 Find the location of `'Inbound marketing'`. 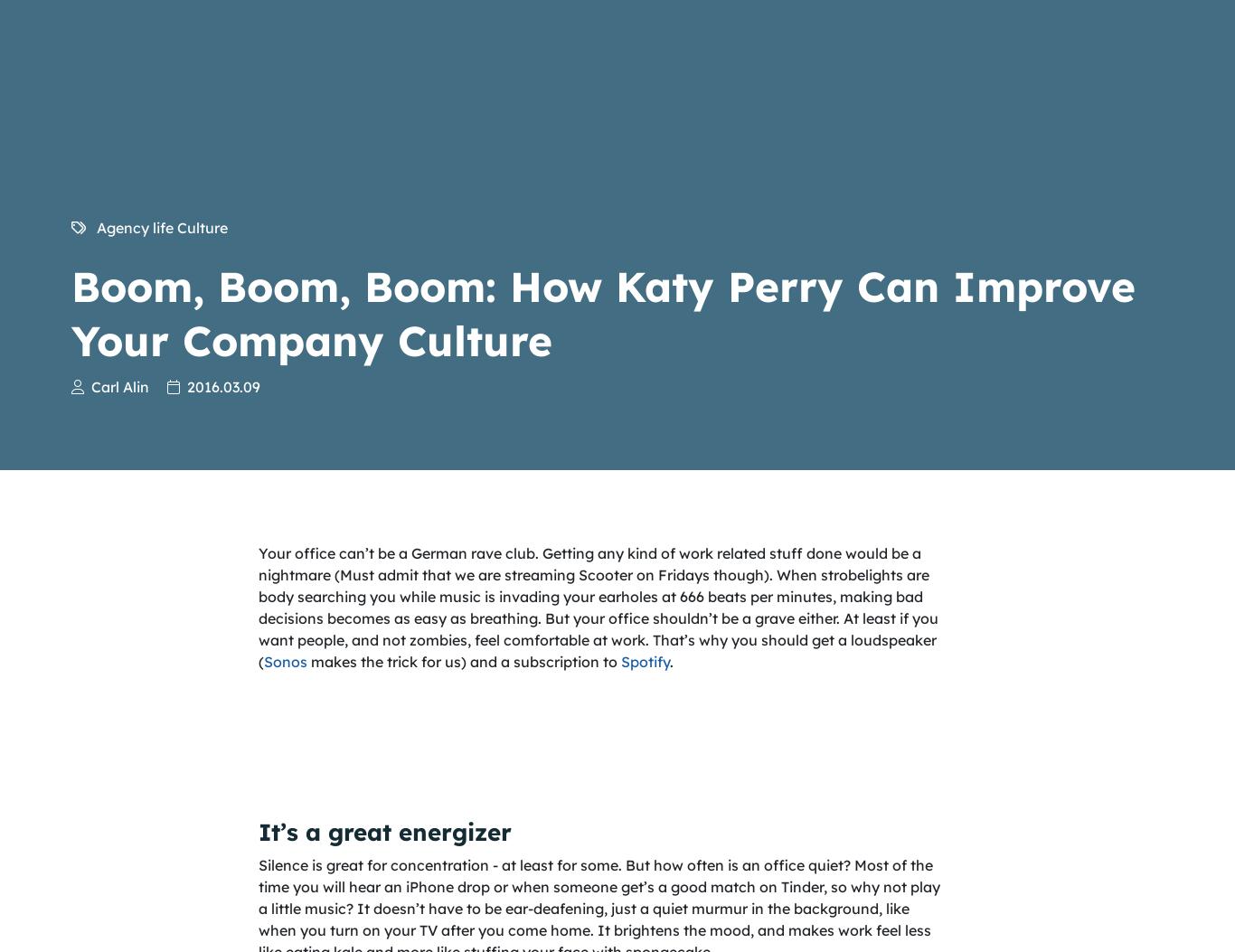

'Inbound marketing' is located at coordinates (1027, 860).